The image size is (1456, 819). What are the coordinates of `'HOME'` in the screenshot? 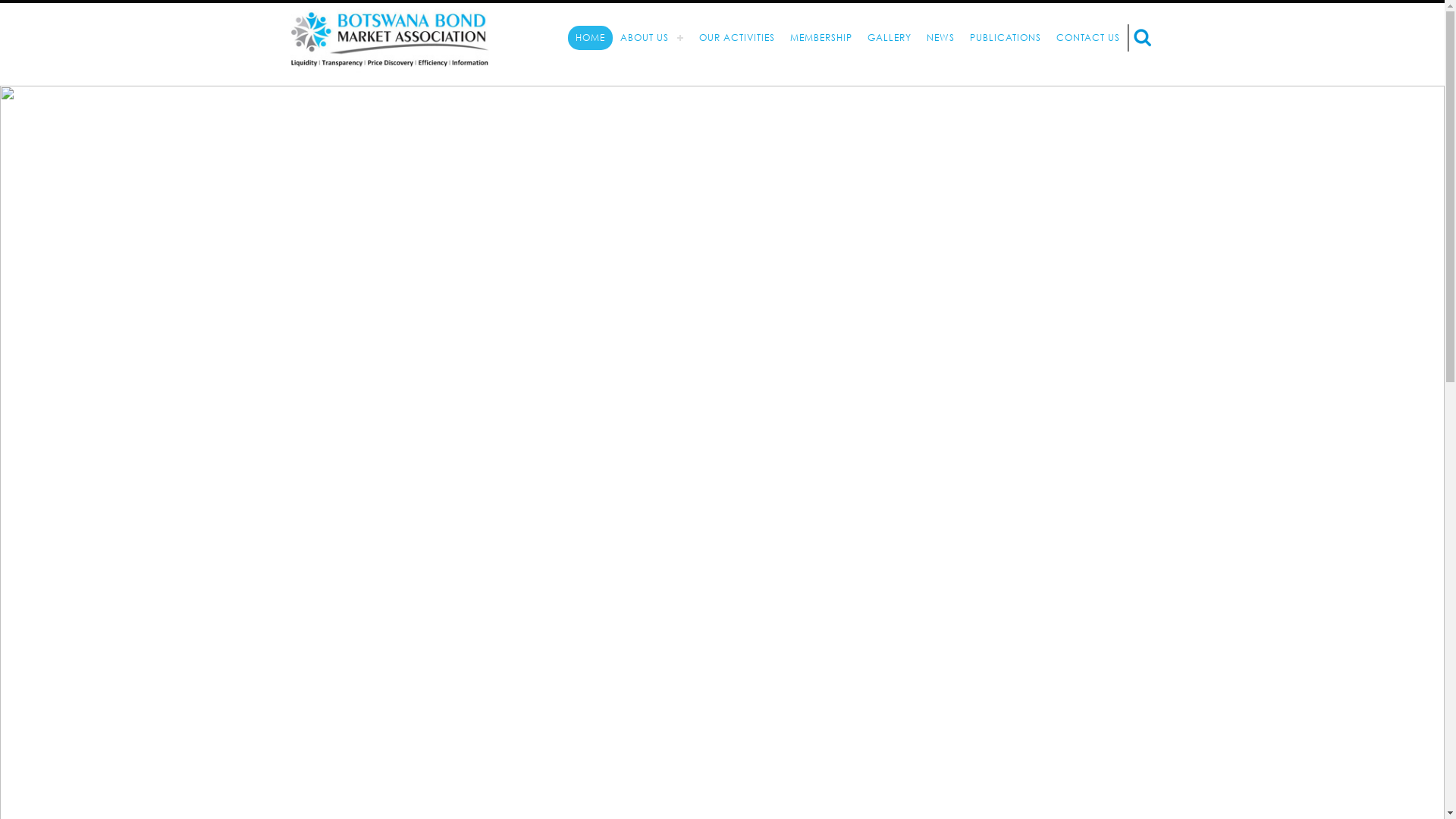 It's located at (588, 37).